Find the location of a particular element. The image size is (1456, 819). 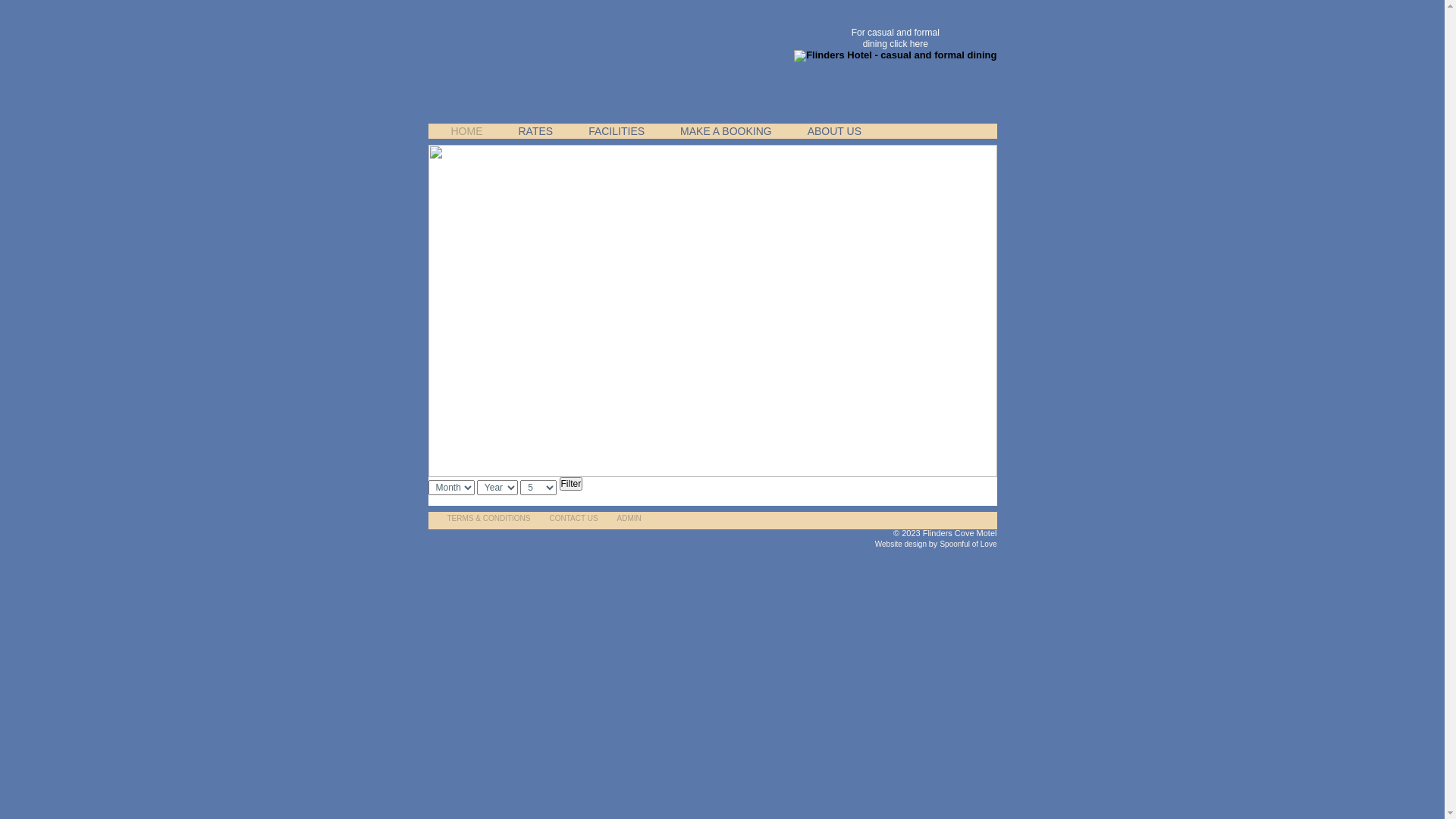

'Filter' is located at coordinates (570, 483).